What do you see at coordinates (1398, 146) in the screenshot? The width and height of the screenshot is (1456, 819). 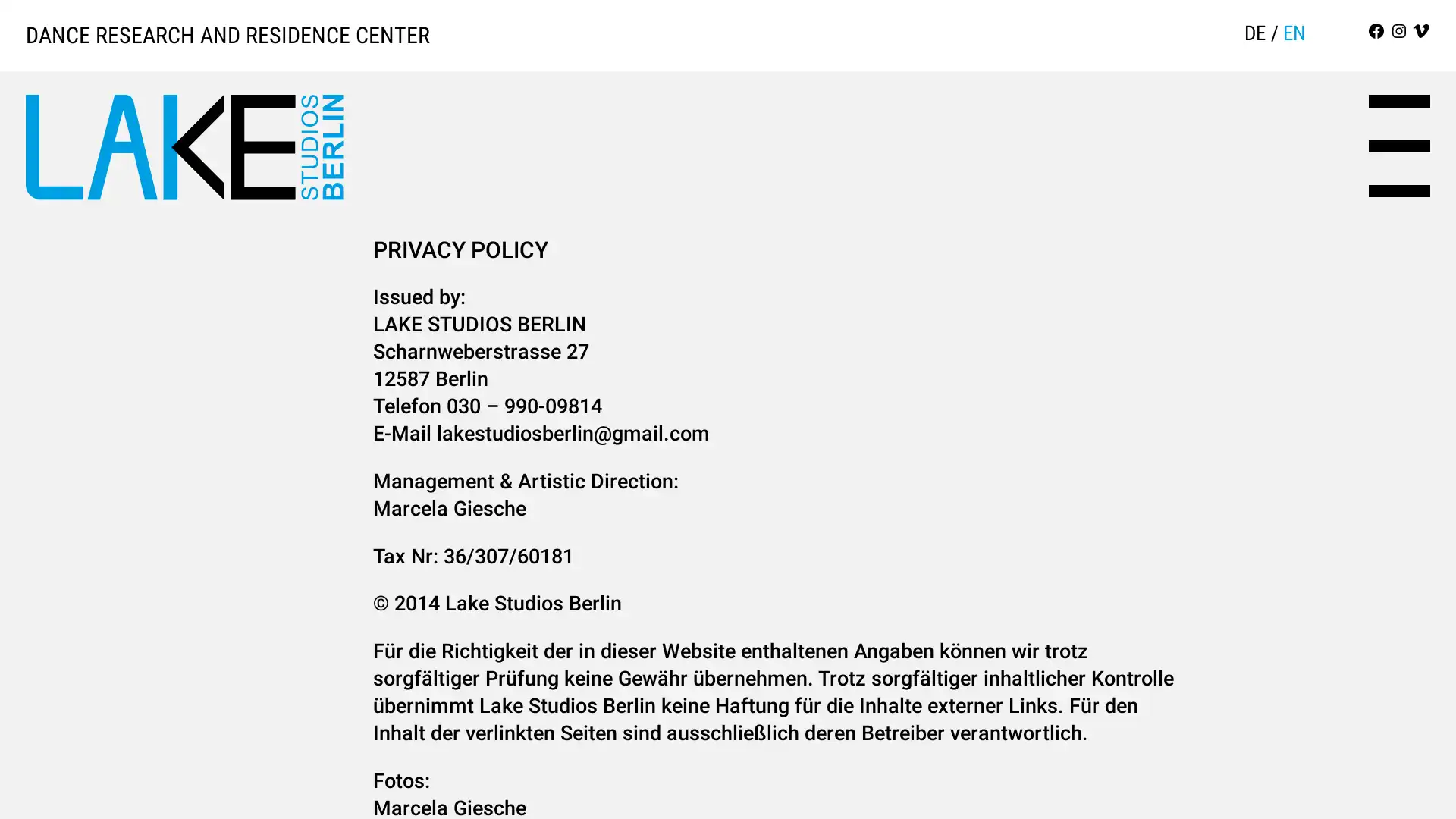 I see `Menu` at bounding box center [1398, 146].